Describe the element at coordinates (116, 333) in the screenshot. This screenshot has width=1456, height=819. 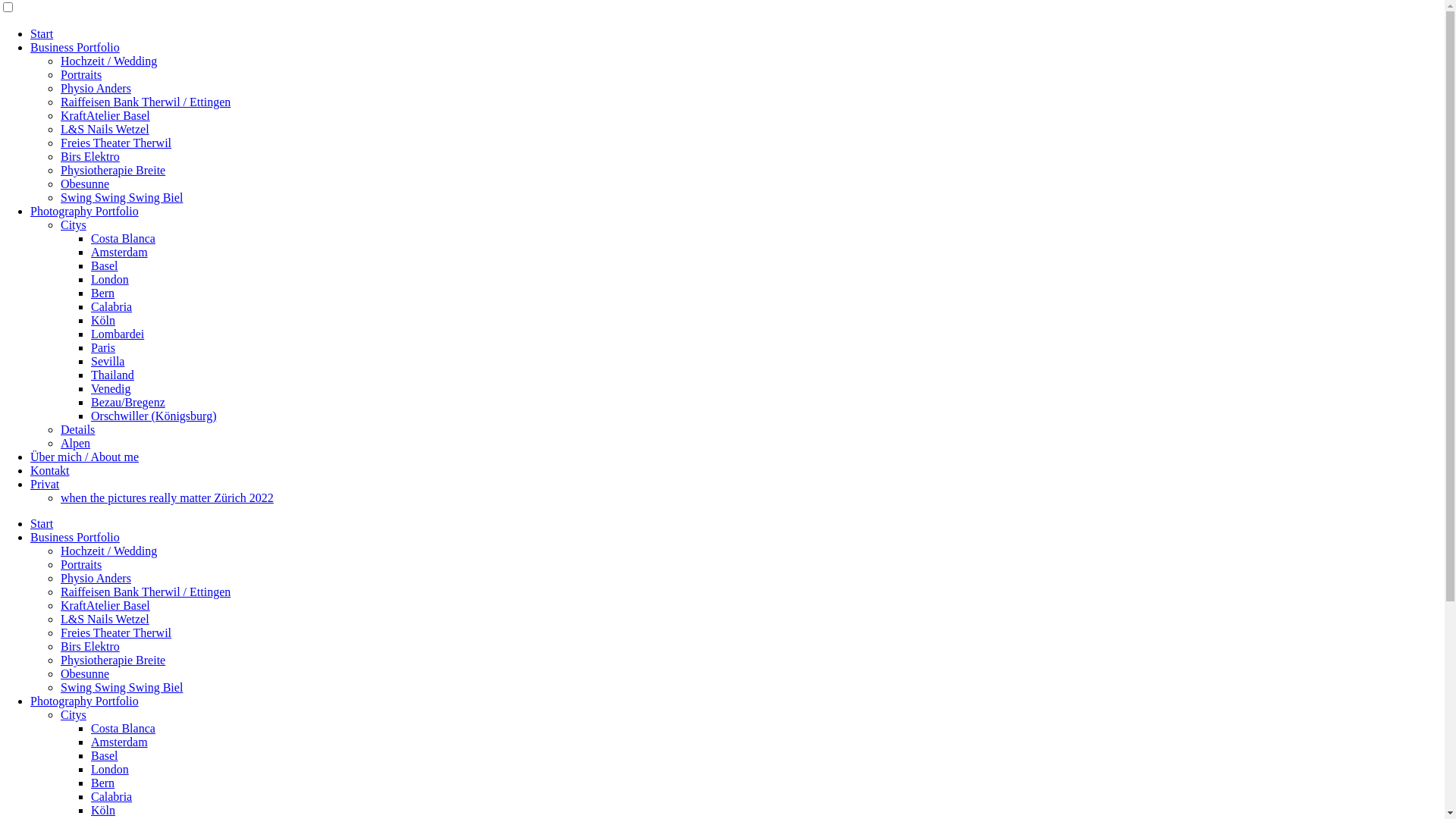
I see `'Lombardei'` at that location.